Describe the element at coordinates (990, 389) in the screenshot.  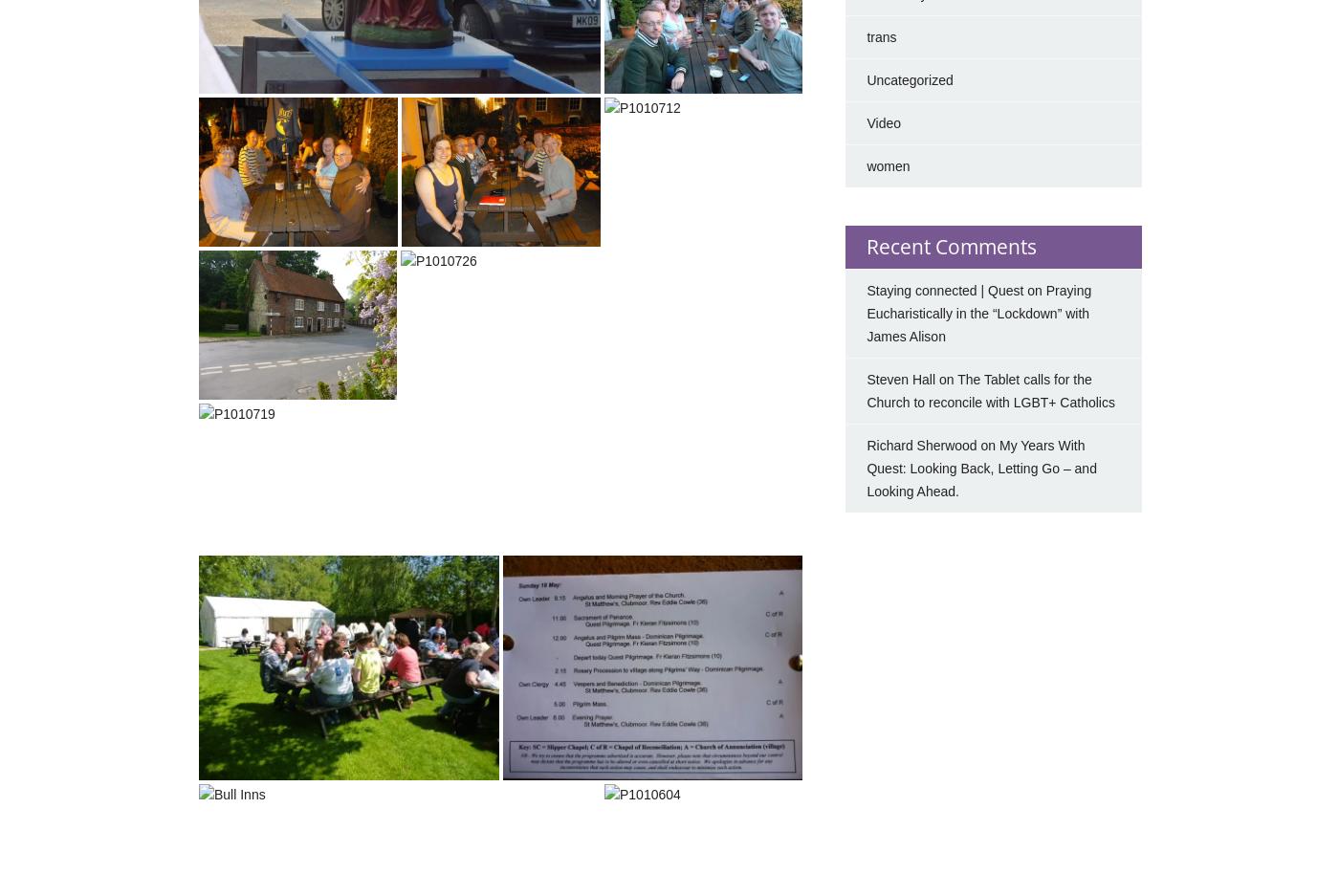
I see `'The Tablet calls for the Church to reconcile with LGBT+ Catholics'` at that location.